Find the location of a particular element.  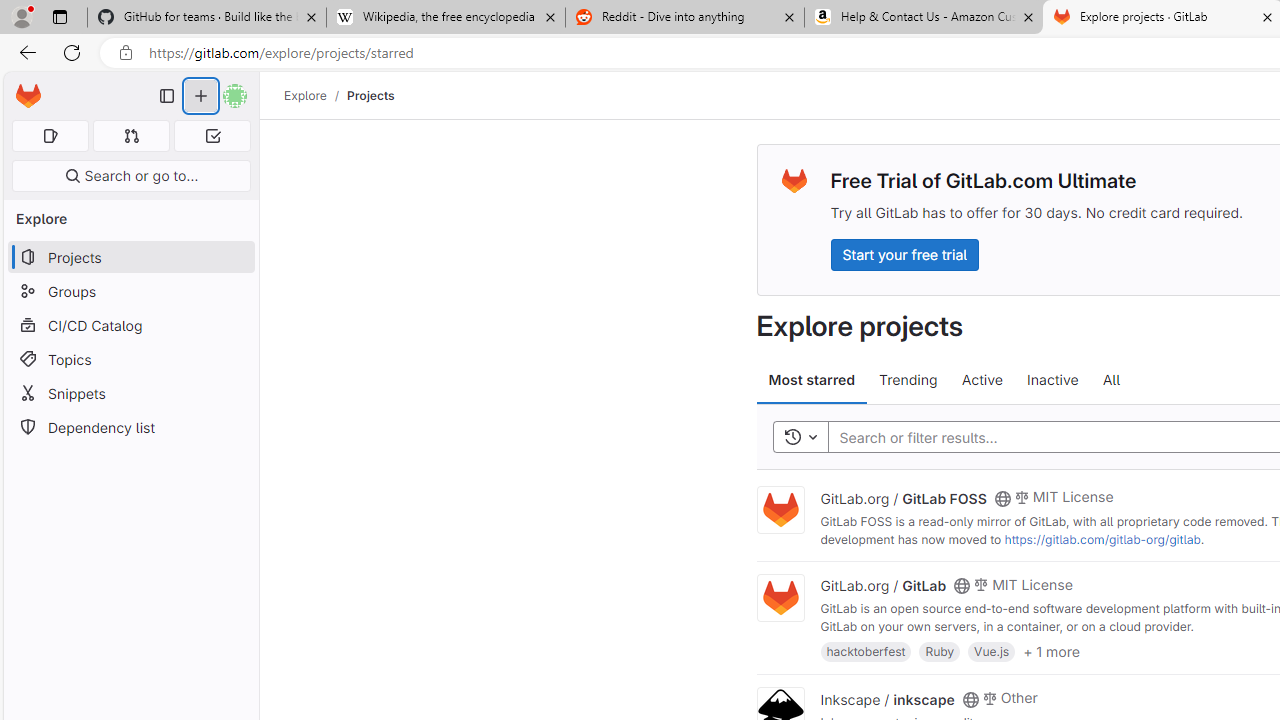

'Merge requests 0' is located at coordinates (130, 135).